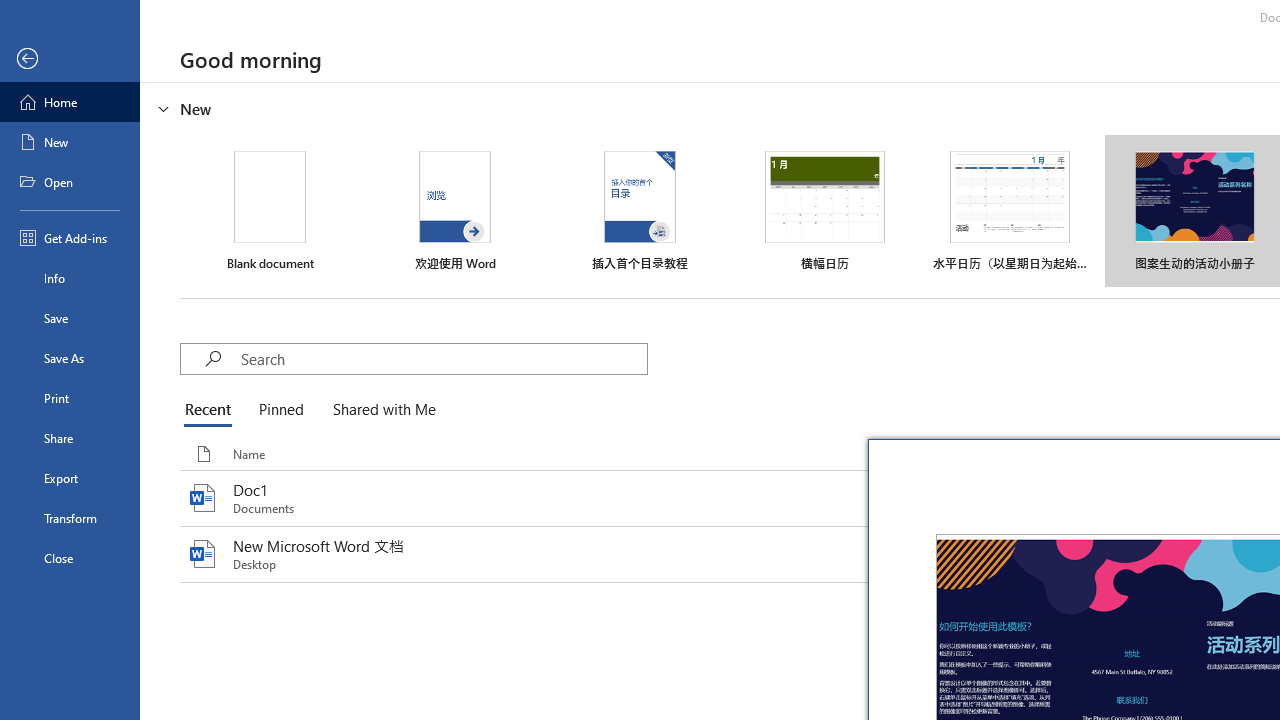 This screenshot has height=720, width=1280. What do you see at coordinates (69, 140) in the screenshot?
I see `'New'` at bounding box center [69, 140].